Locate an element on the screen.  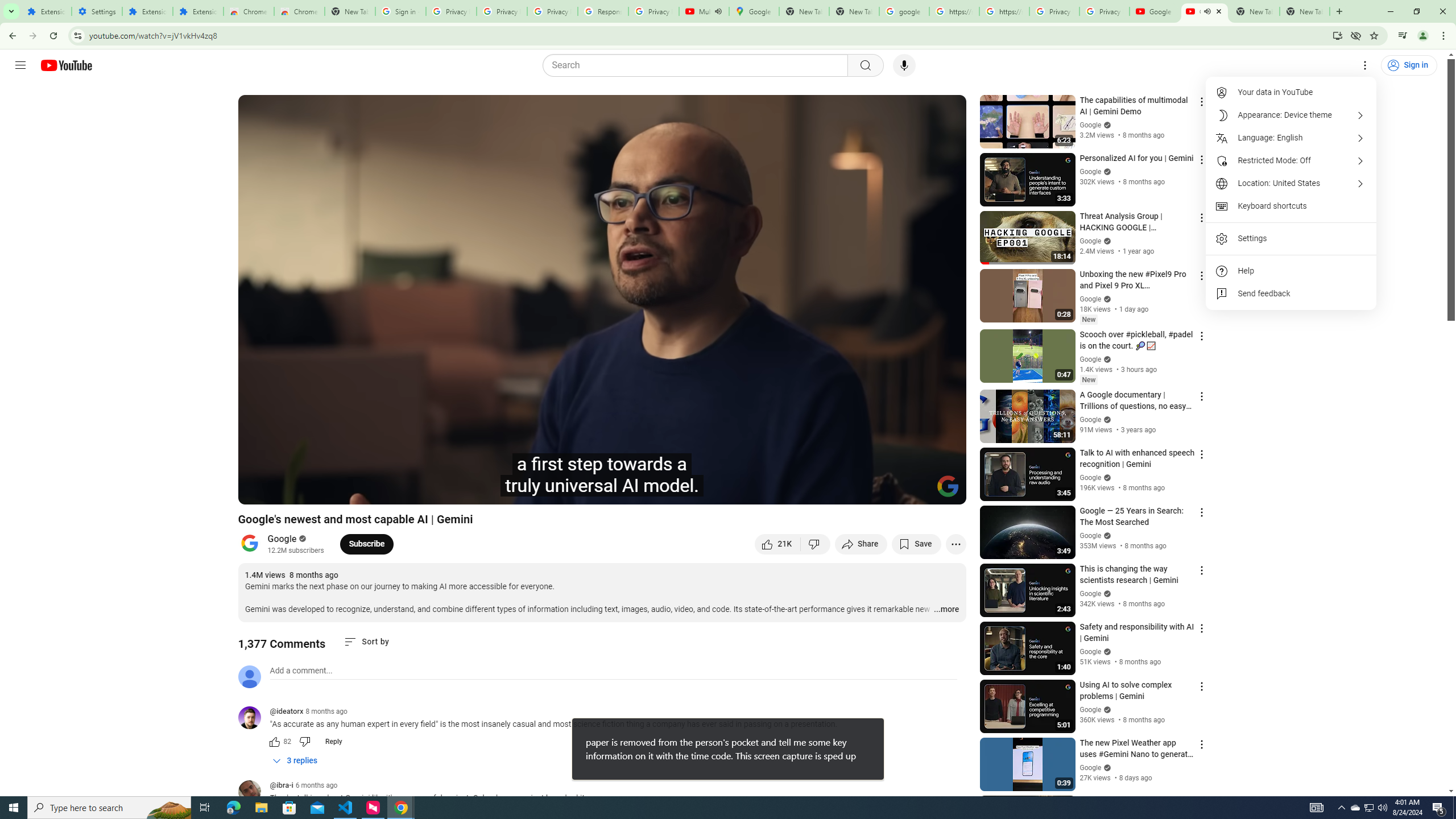
'Your data in YouTube' is located at coordinates (1291, 92).